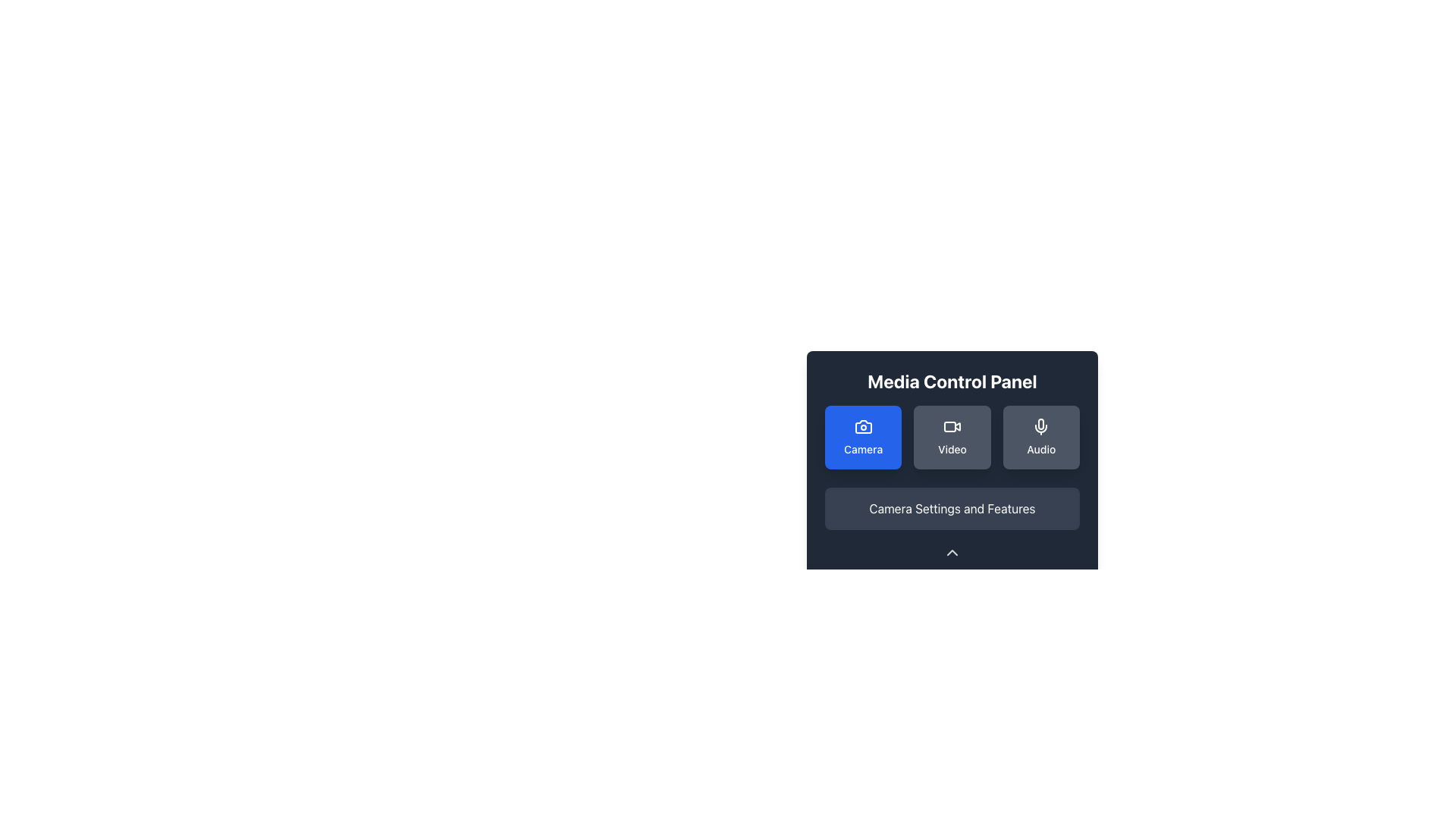 The width and height of the screenshot is (1456, 819). Describe the element at coordinates (952, 556) in the screenshot. I see `the small upward-pointing chevron icon styled in gray located at the bottom center of the Media Control Panel interface` at that location.